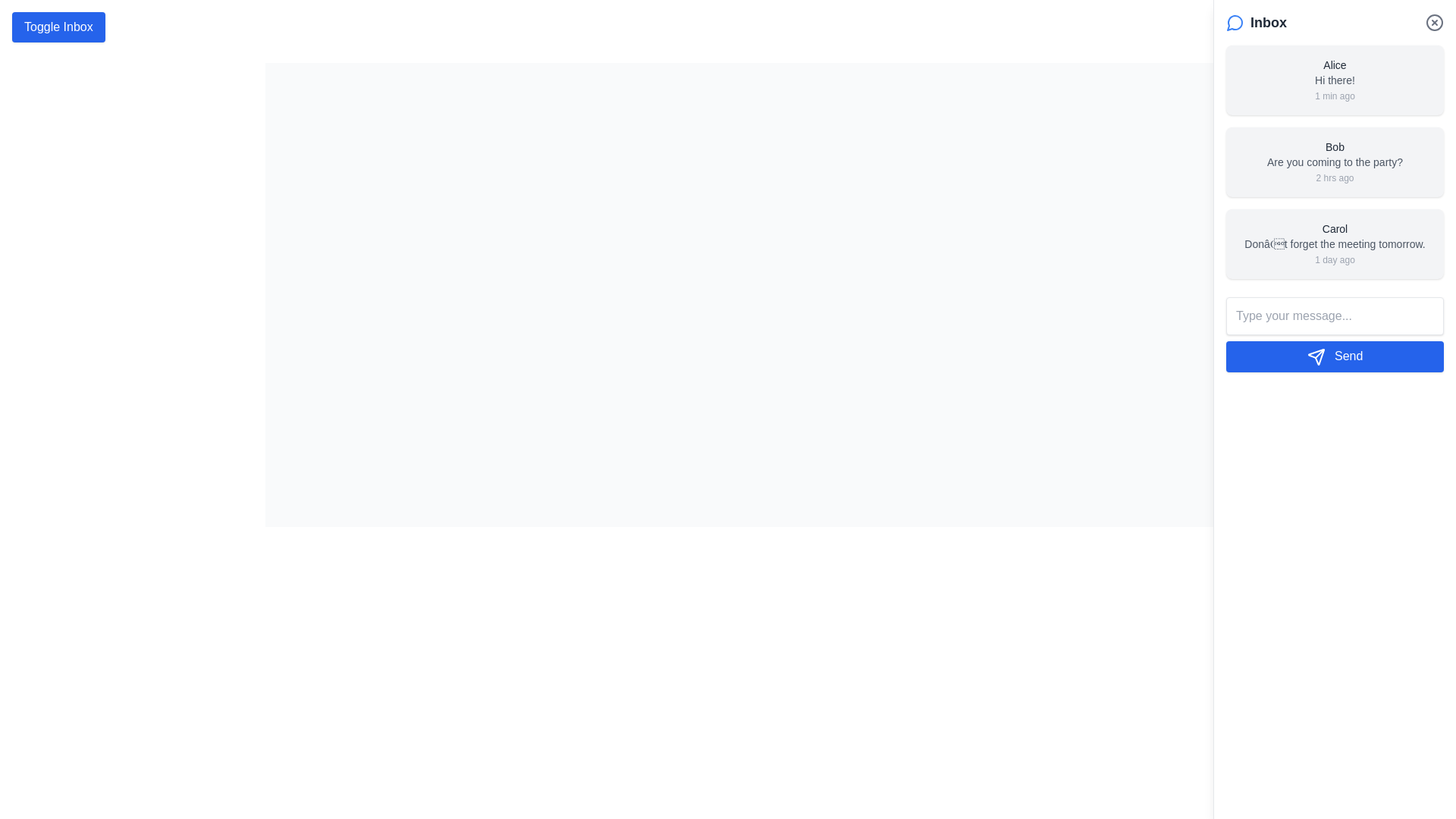 This screenshot has width=1456, height=819. Describe the element at coordinates (1335, 162) in the screenshot. I see `the message notification in the scrollable list located in the right sidebar titled 'Inbox'` at that location.